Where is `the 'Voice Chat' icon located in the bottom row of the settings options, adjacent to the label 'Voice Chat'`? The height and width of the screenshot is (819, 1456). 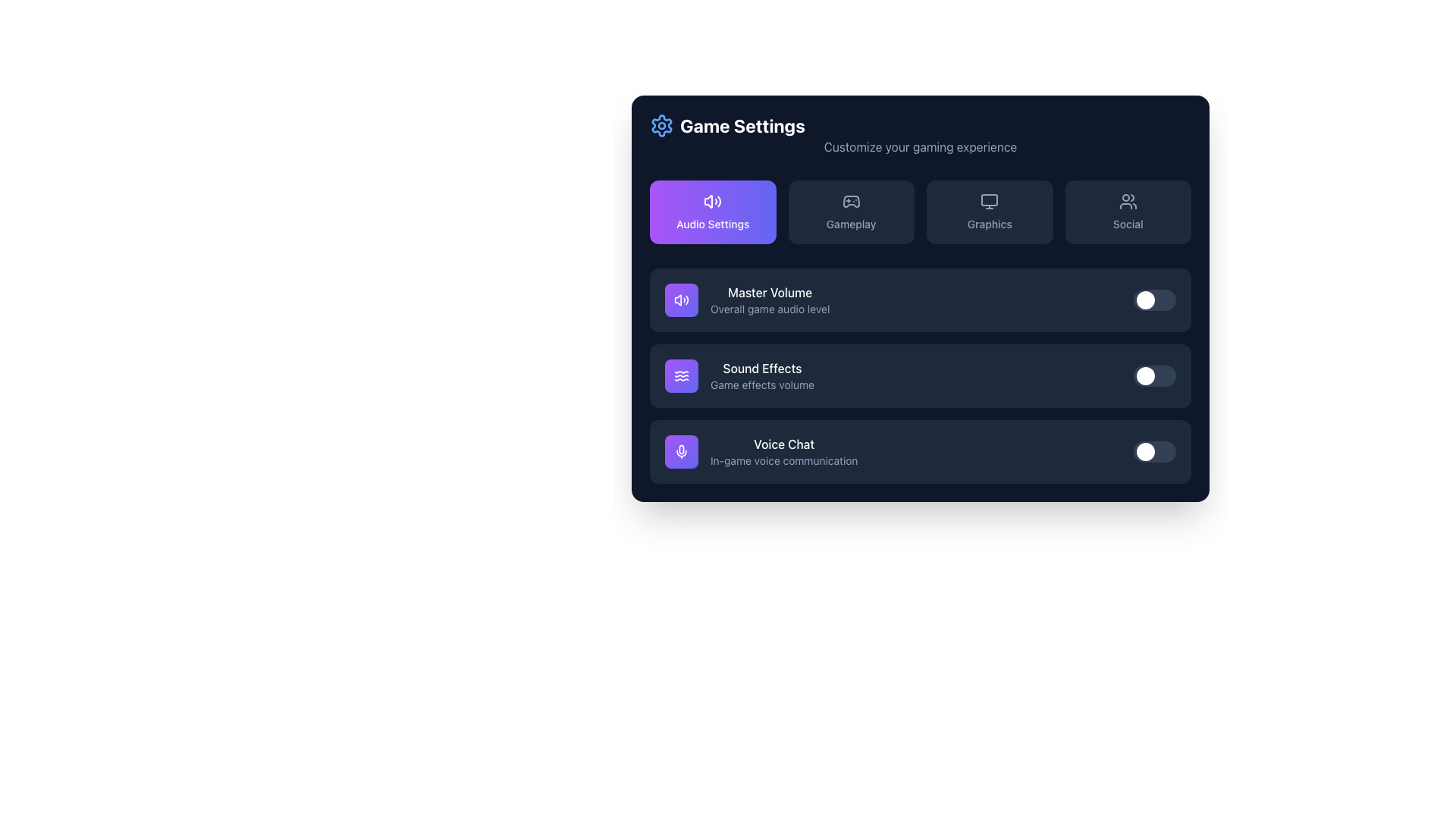
the 'Voice Chat' icon located in the bottom row of the settings options, adjacent to the label 'Voice Chat' is located at coordinates (680, 451).